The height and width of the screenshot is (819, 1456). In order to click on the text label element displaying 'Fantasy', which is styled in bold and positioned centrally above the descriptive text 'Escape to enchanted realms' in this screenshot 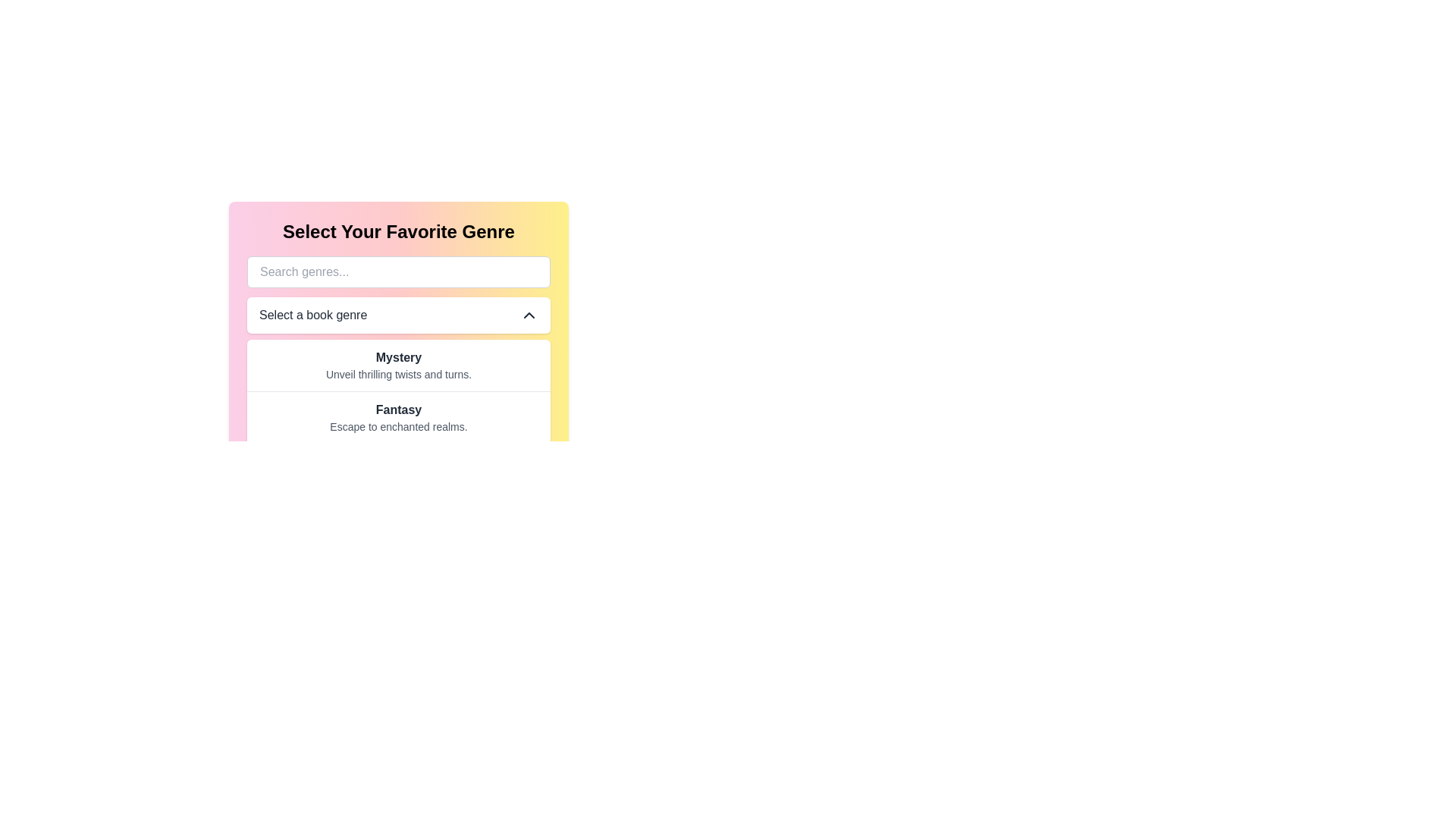, I will do `click(399, 409)`.